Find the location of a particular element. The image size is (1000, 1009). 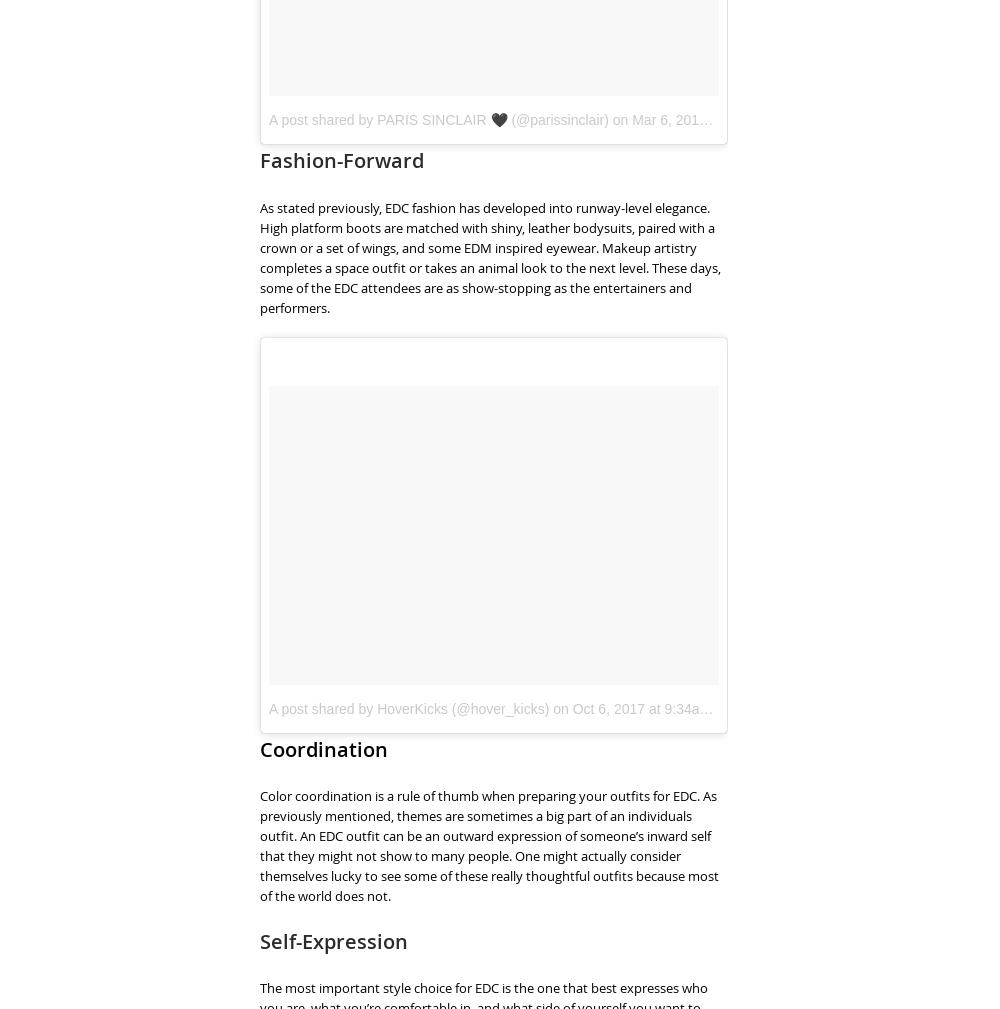

'Fashion-Forward' is located at coordinates (260, 159).